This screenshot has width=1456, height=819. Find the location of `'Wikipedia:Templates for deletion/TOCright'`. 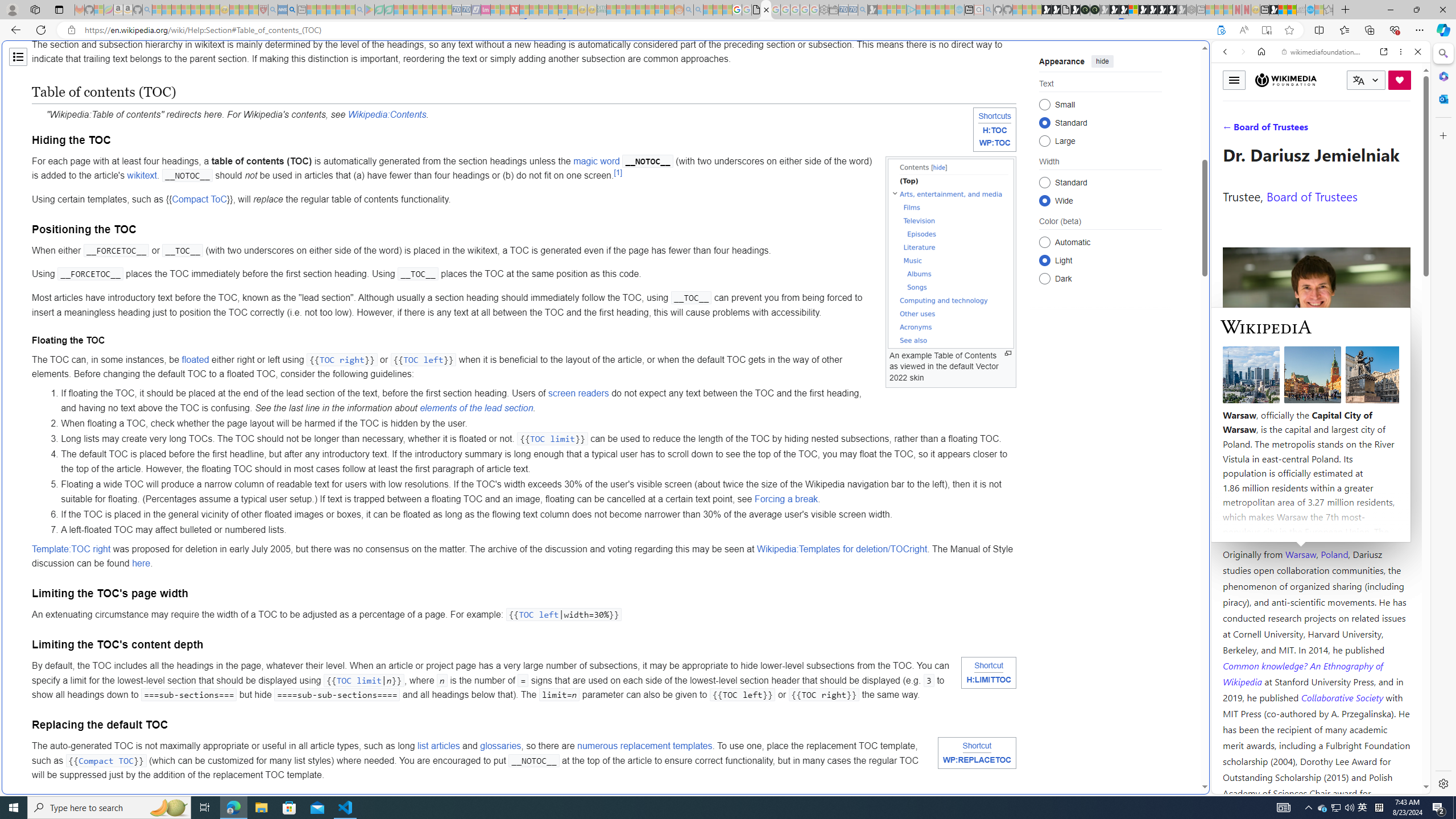

'Wikipedia:Templates for deletion/TOCright' is located at coordinates (841, 548).